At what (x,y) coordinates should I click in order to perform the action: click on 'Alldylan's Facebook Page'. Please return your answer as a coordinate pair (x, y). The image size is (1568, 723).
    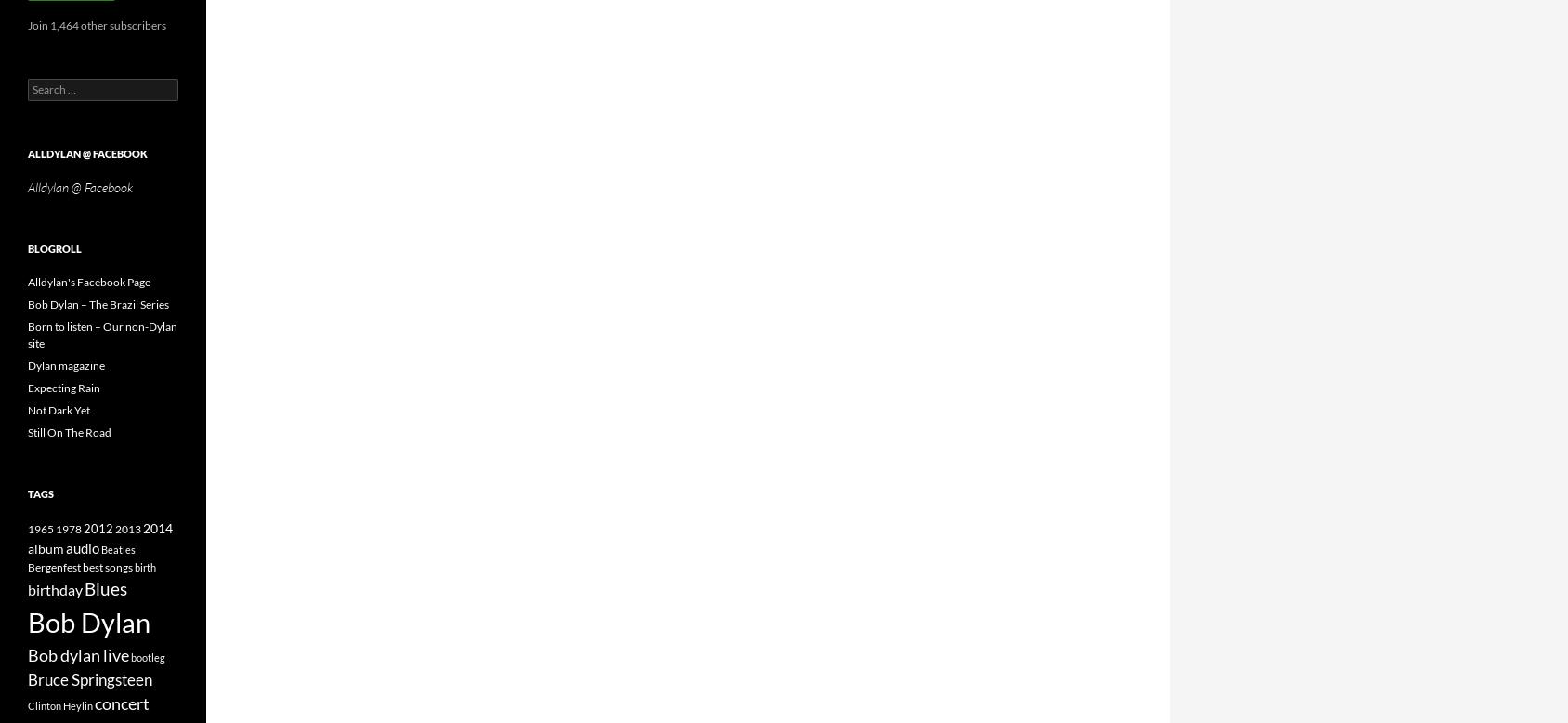
    Looking at the image, I should click on (88, 282).